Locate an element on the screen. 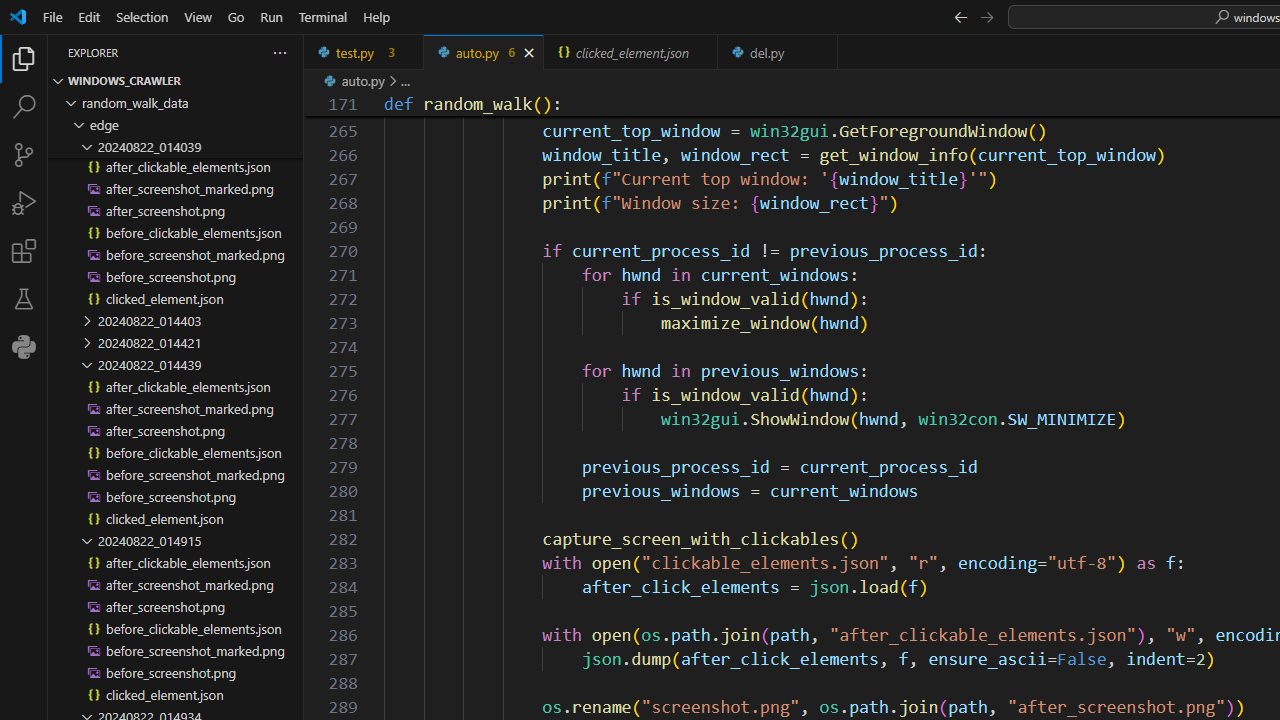 The image size is (1280, 720). 'Go Back (Alt+LeftArrow)' is located at coordinates (960, 16).